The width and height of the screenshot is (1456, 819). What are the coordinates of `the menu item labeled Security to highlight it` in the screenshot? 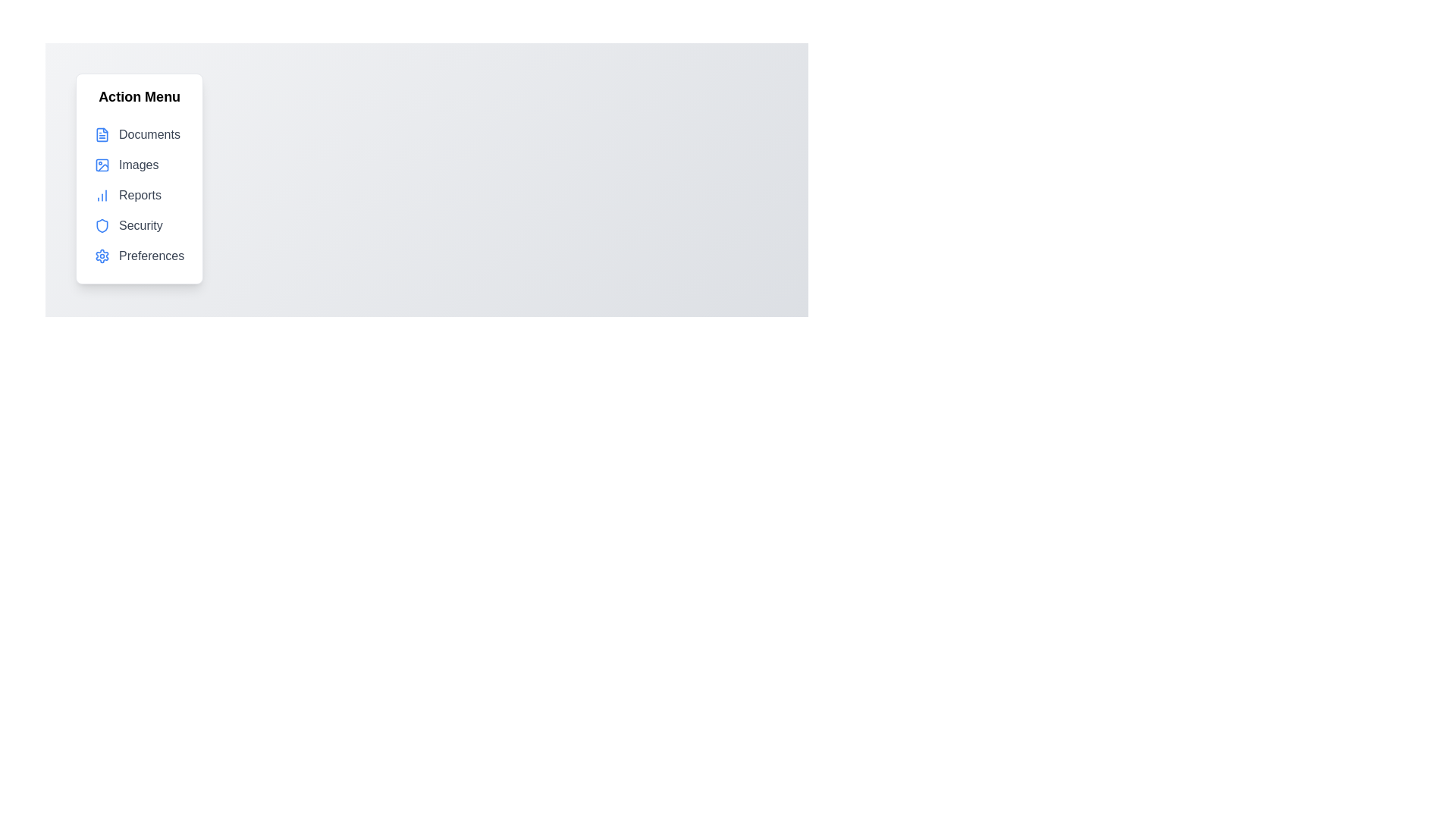 It's located at (139, 225).